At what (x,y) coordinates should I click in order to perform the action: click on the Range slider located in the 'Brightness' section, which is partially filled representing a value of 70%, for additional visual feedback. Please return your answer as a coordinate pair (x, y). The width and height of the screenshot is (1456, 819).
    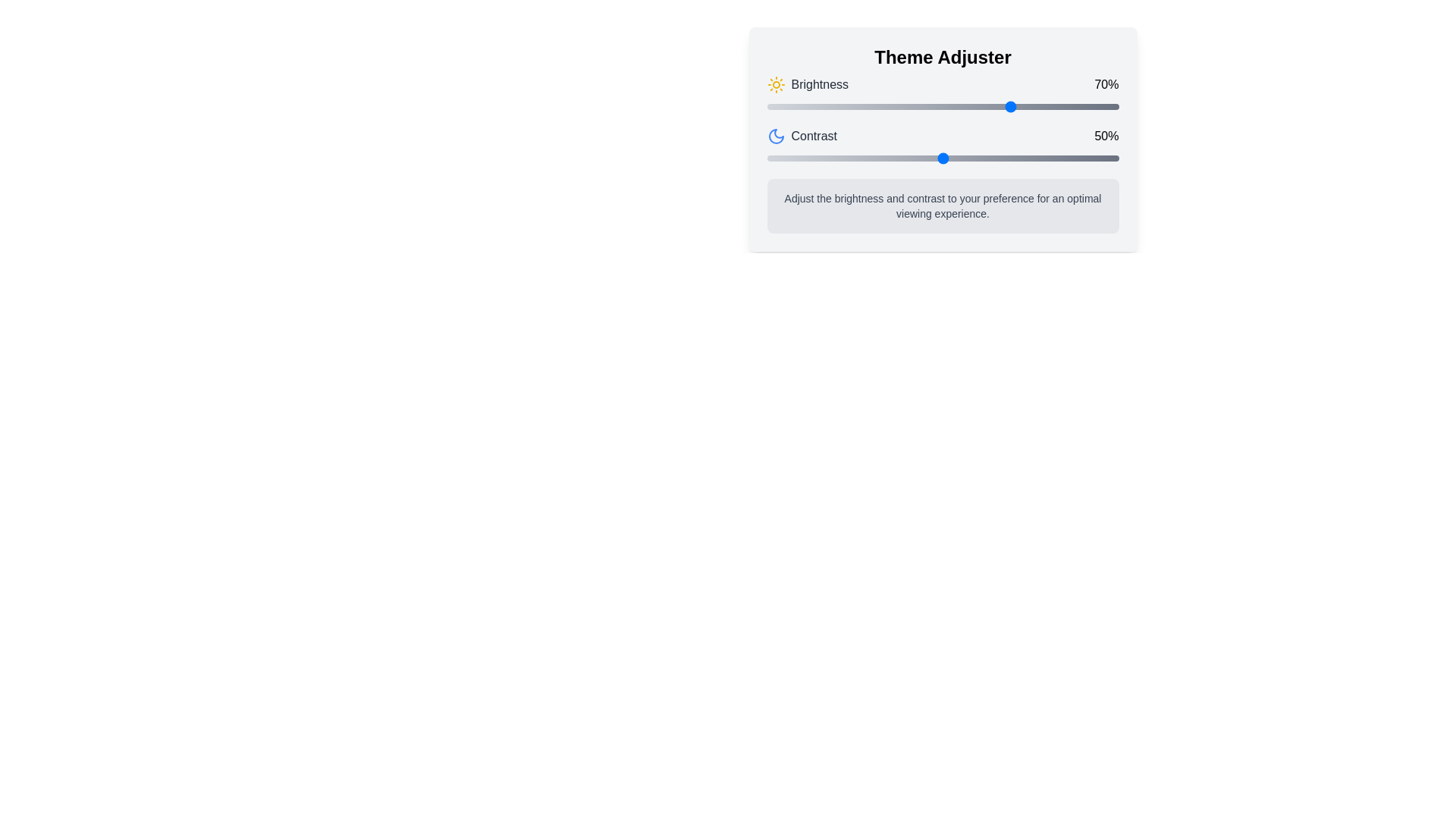
    Looking at the image, I should click on (942, 106).